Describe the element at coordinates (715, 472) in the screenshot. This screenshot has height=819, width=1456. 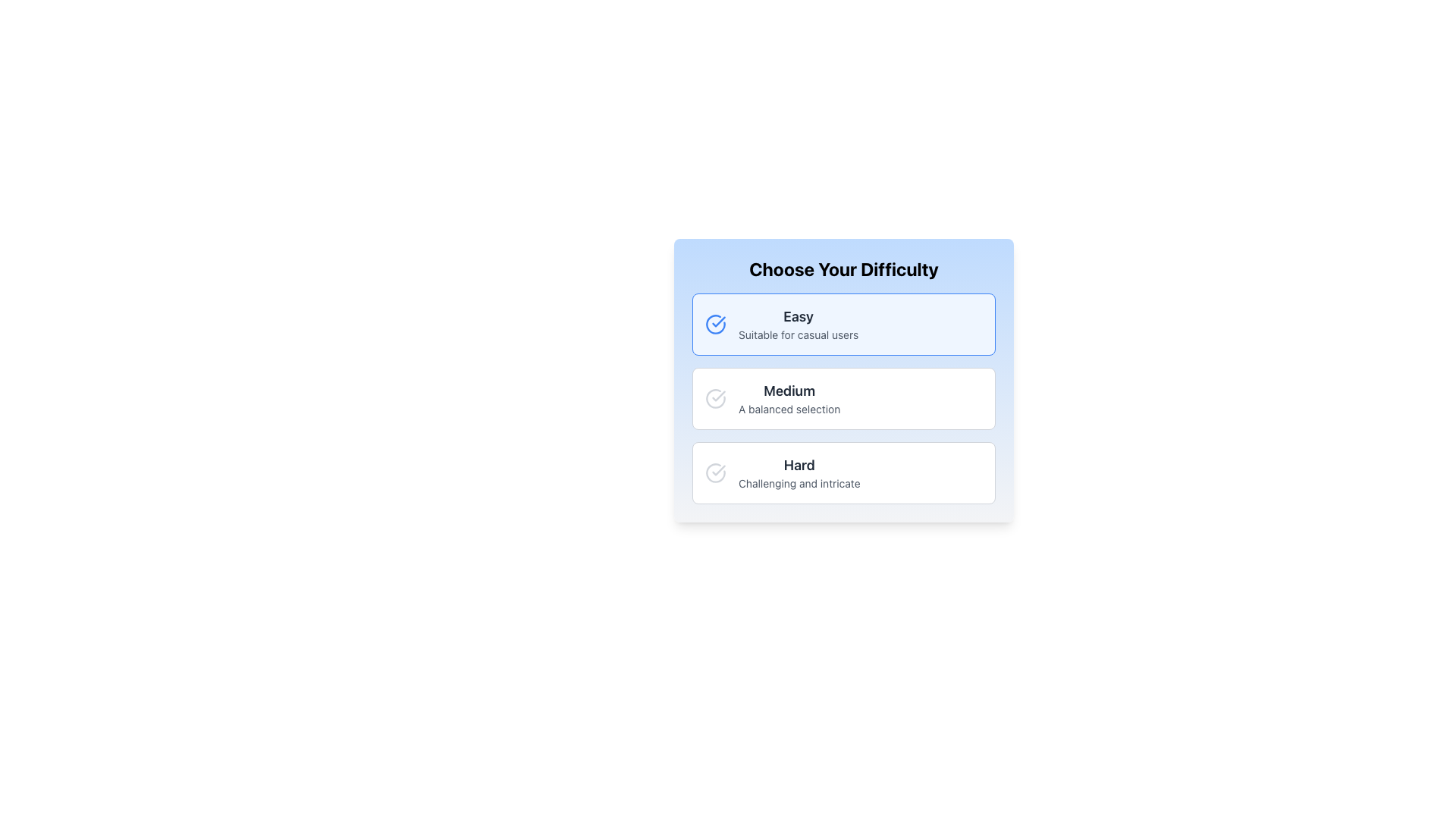
I see `the selection status icon for the 'Hard' difficulty option, located at the left side of the 'Hard' difficulty title` at that location.